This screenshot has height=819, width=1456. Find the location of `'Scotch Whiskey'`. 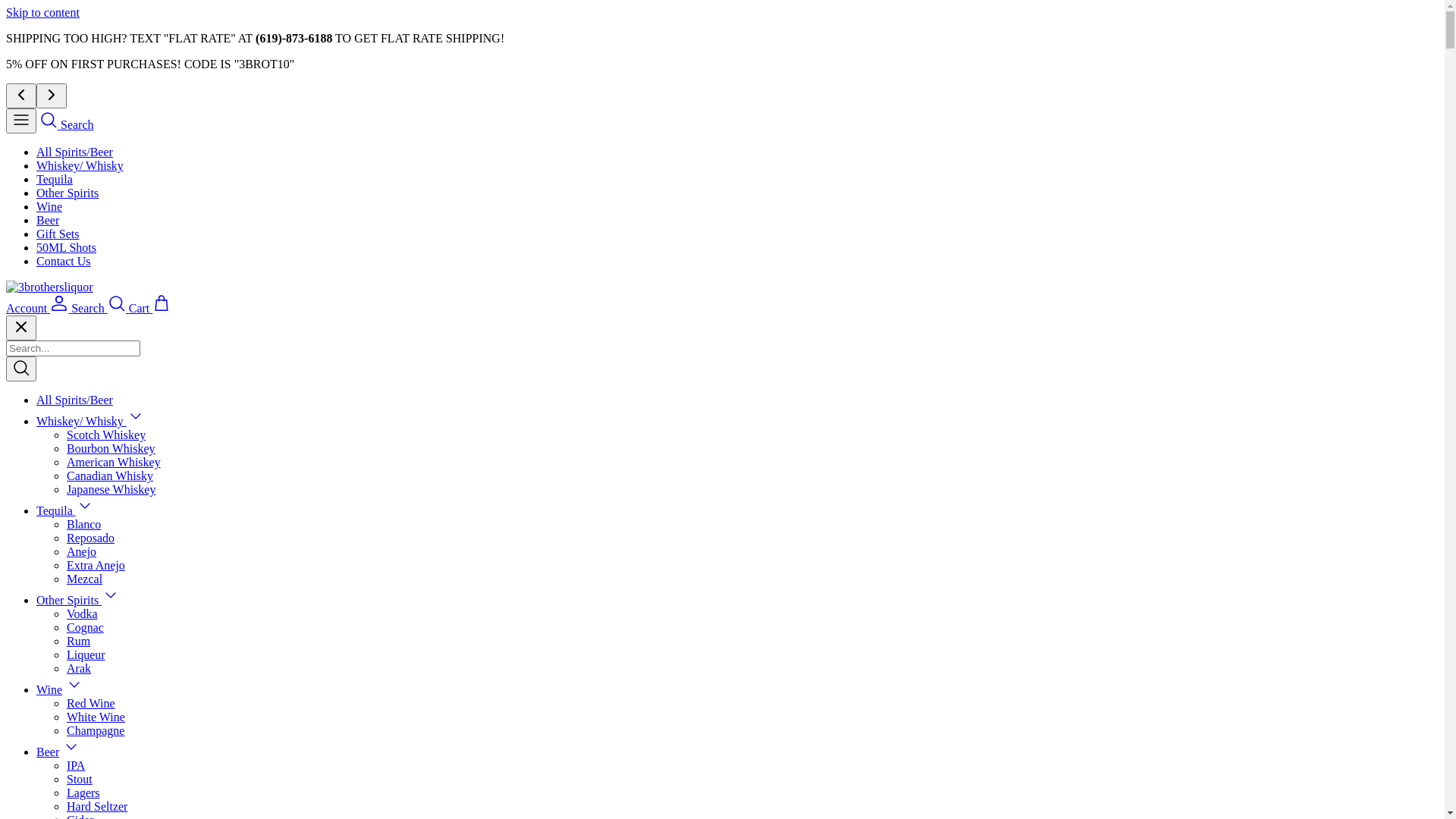

'Scotch Whiskey' is located at coordinates (105, 435).